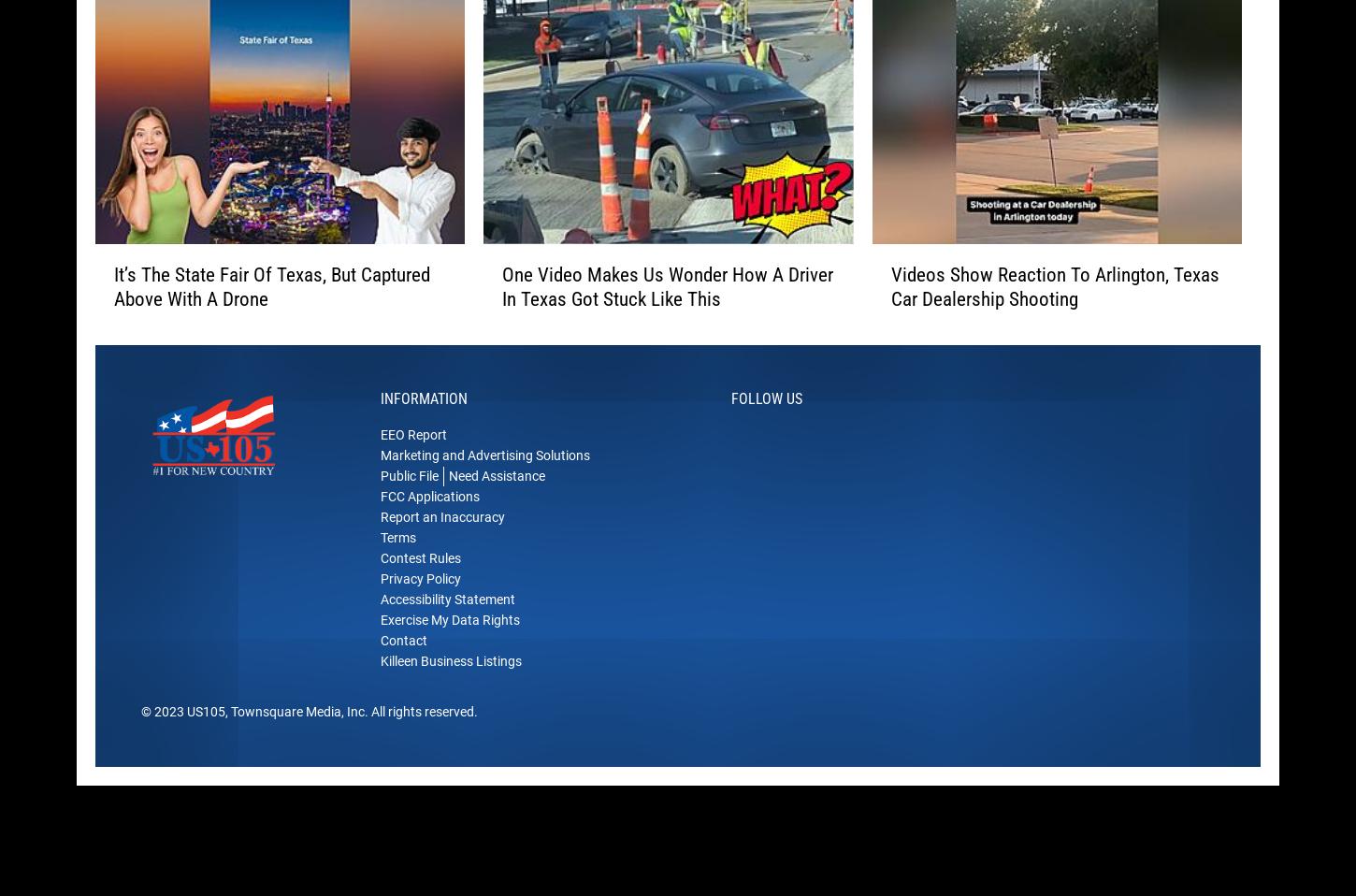  I want to click on 'One Video Makes Us Wonder How A Driver In Texas Got Stuck Like This', so click(666, 314).